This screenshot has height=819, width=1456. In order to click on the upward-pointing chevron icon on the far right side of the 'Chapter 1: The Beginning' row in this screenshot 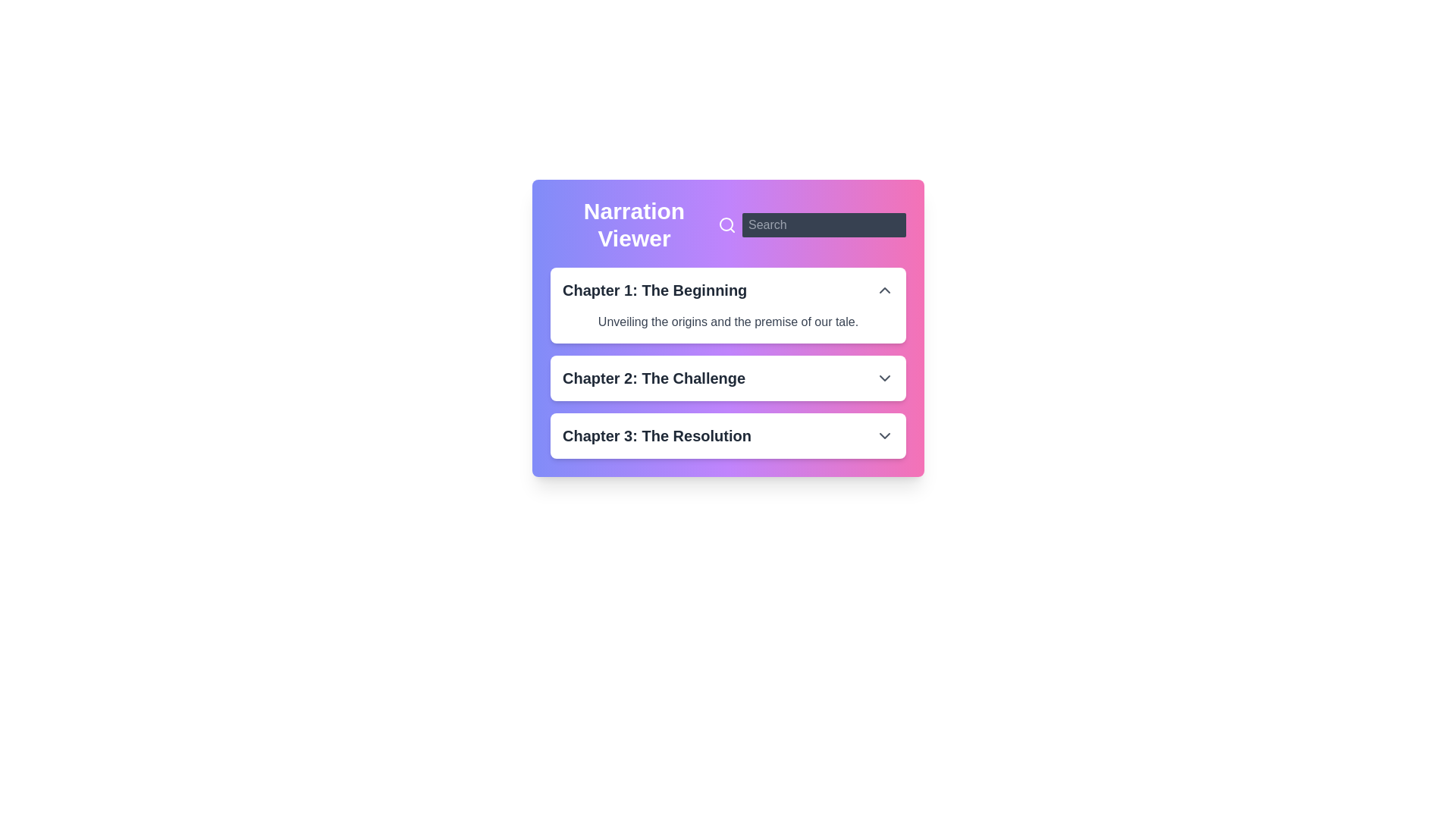, I will do `click(884, 290)`.